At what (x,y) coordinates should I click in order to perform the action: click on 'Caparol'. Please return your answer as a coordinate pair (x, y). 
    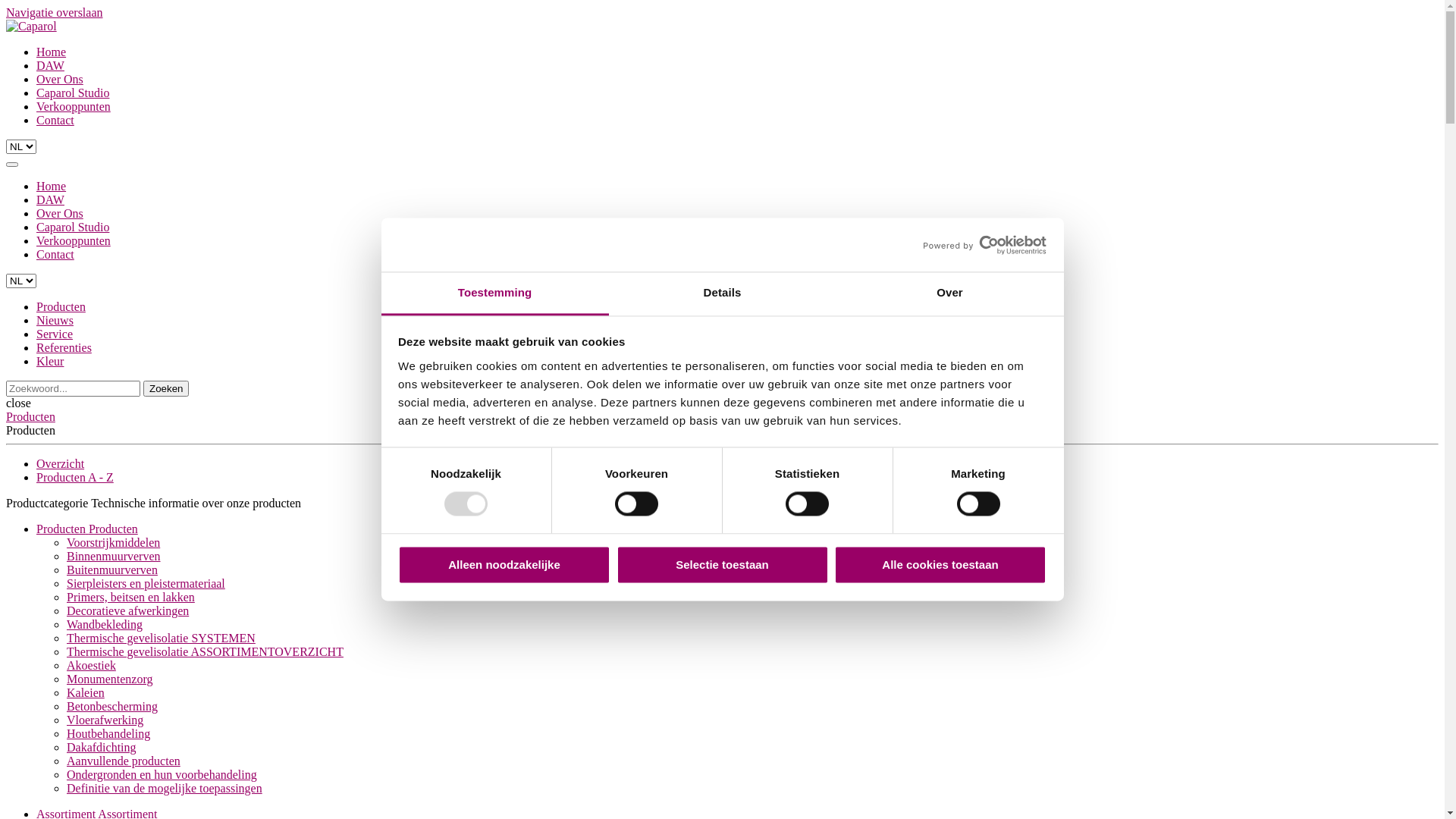
    Looking at the image, I should click on (31, 26).